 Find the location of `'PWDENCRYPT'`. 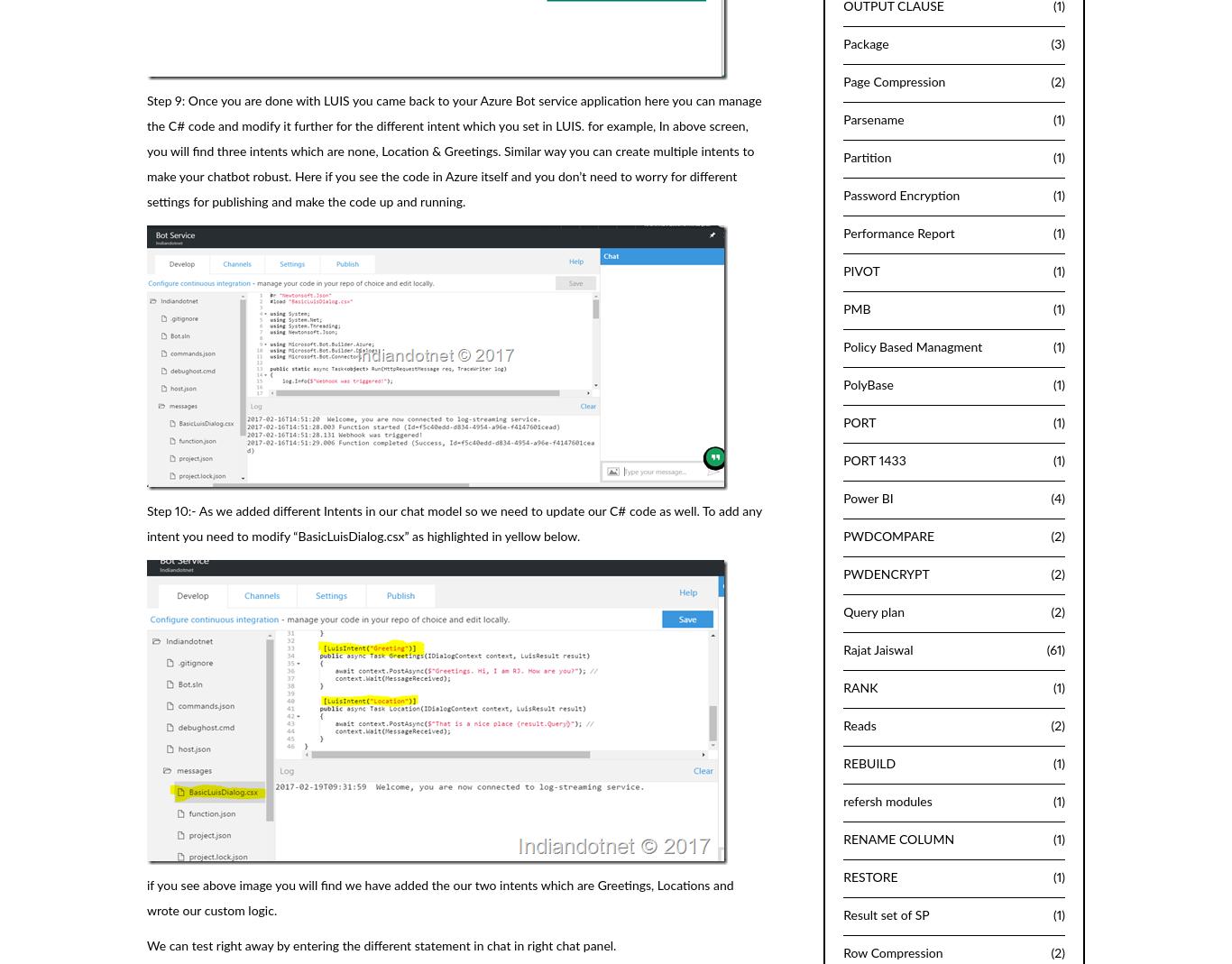

'PWDENCRYPT' is located at coordinates (843, 574).